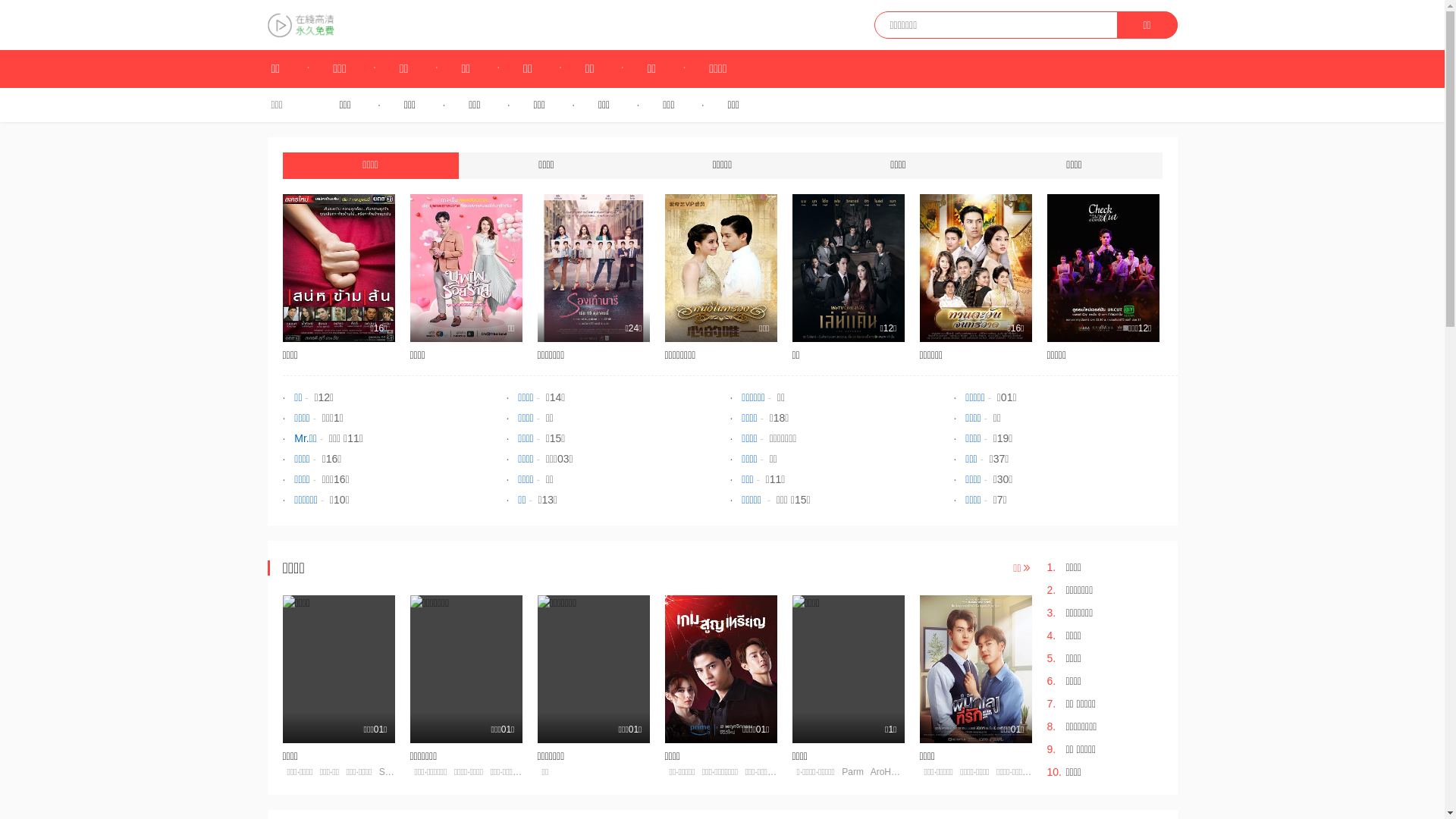  Describe the element at coordinates (378, 772) in the screenshot. I see `'Sailub'` at that location.